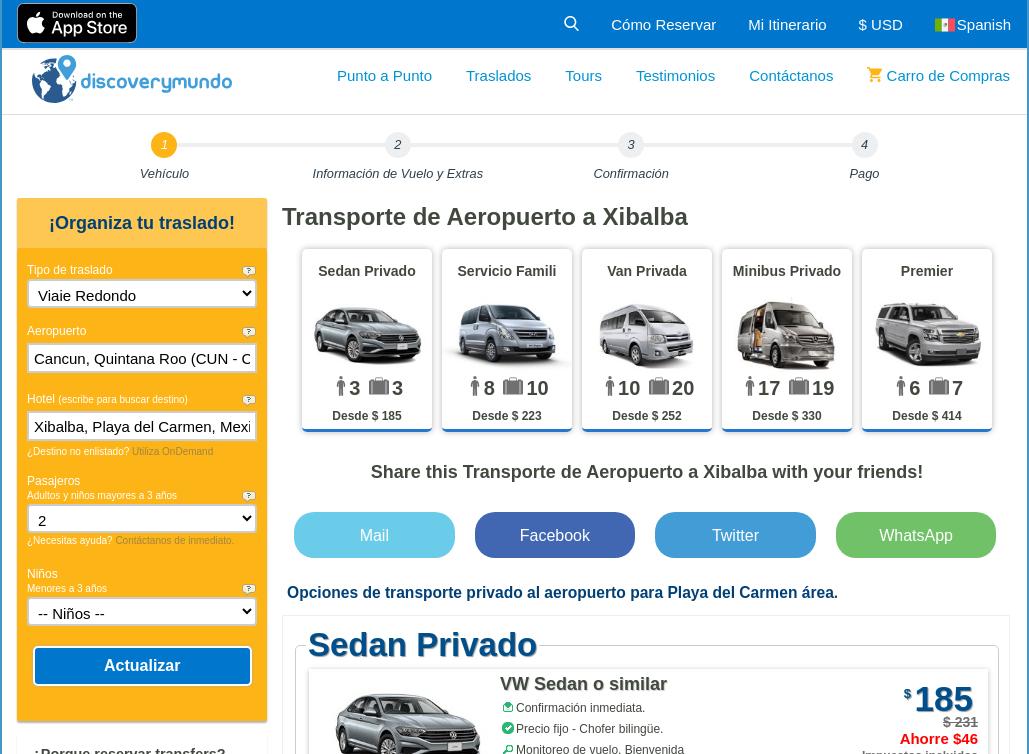  What do you see at coordinates (415, 471) in the screenshot?
I see `'Share this'` at bounding box center [415, 471].